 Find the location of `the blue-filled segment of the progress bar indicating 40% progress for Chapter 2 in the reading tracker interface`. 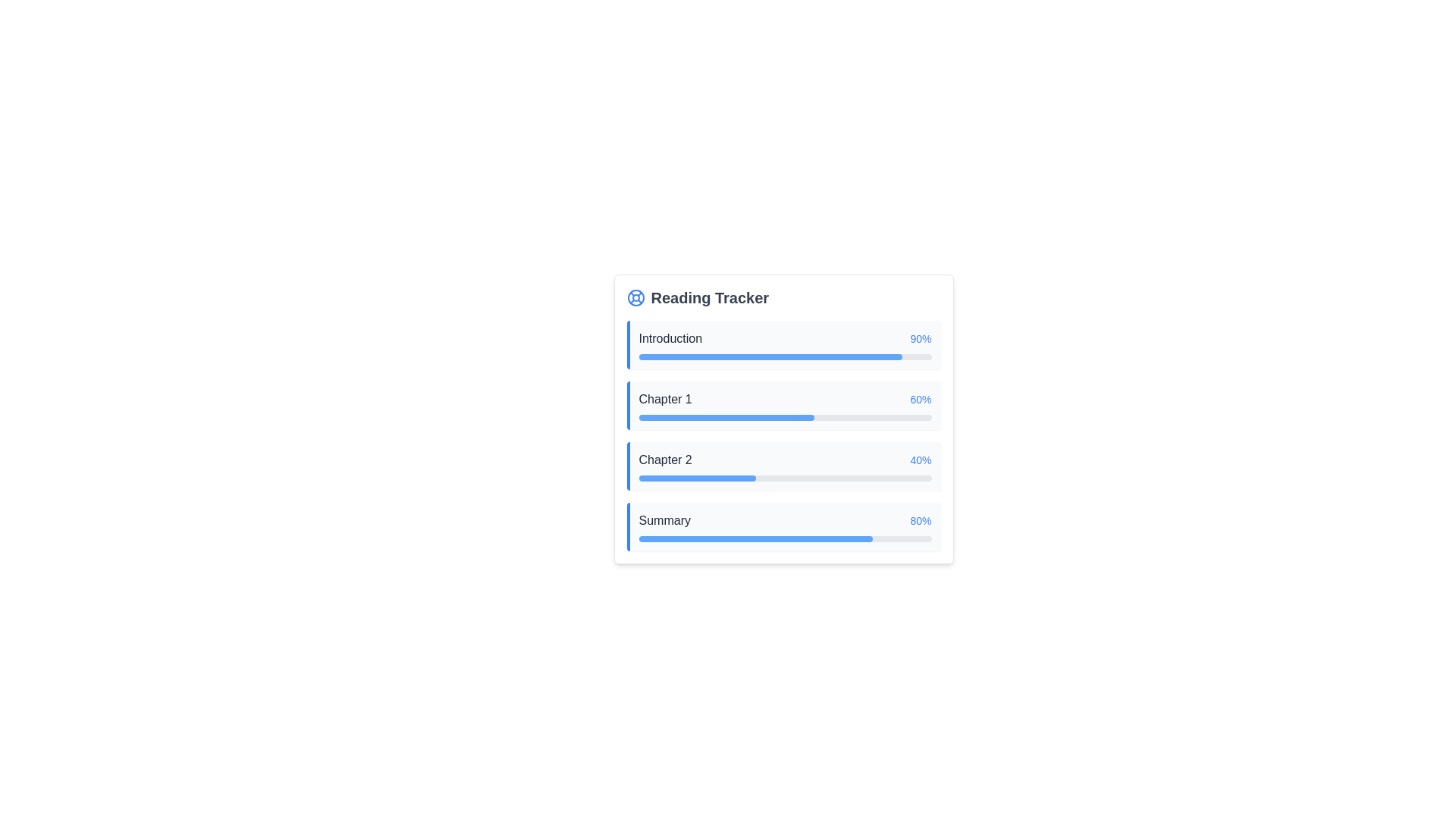

the blue-filled segment of the progress bar indicating 40% progress for Chapter 2 in the reading tracker interface is located at coordinates (696, 479).